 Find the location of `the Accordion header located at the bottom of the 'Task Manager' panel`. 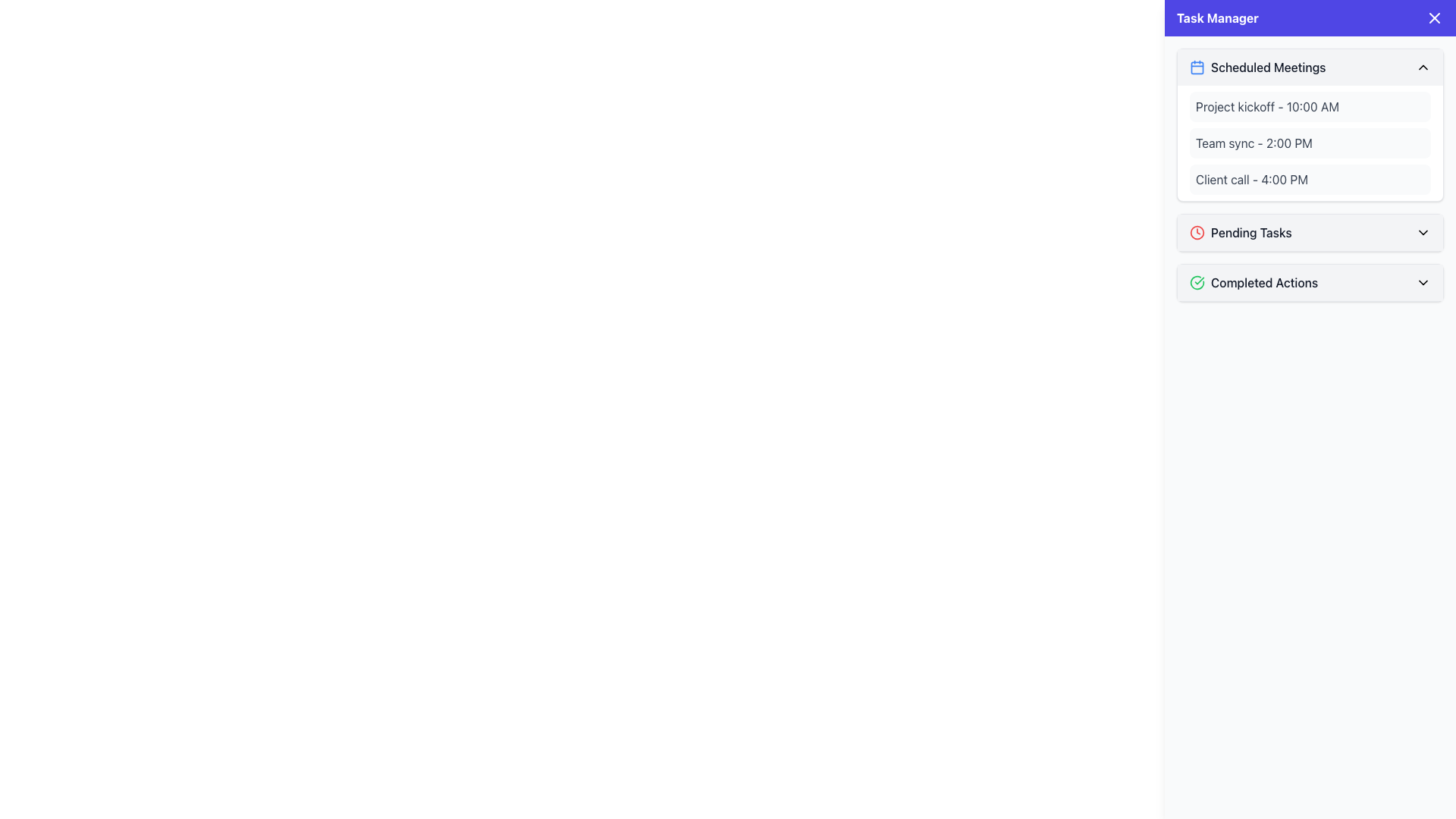

the Accordion header located at the bottom of the 'Task Manager' panel is located at coordinates (1310, 283).